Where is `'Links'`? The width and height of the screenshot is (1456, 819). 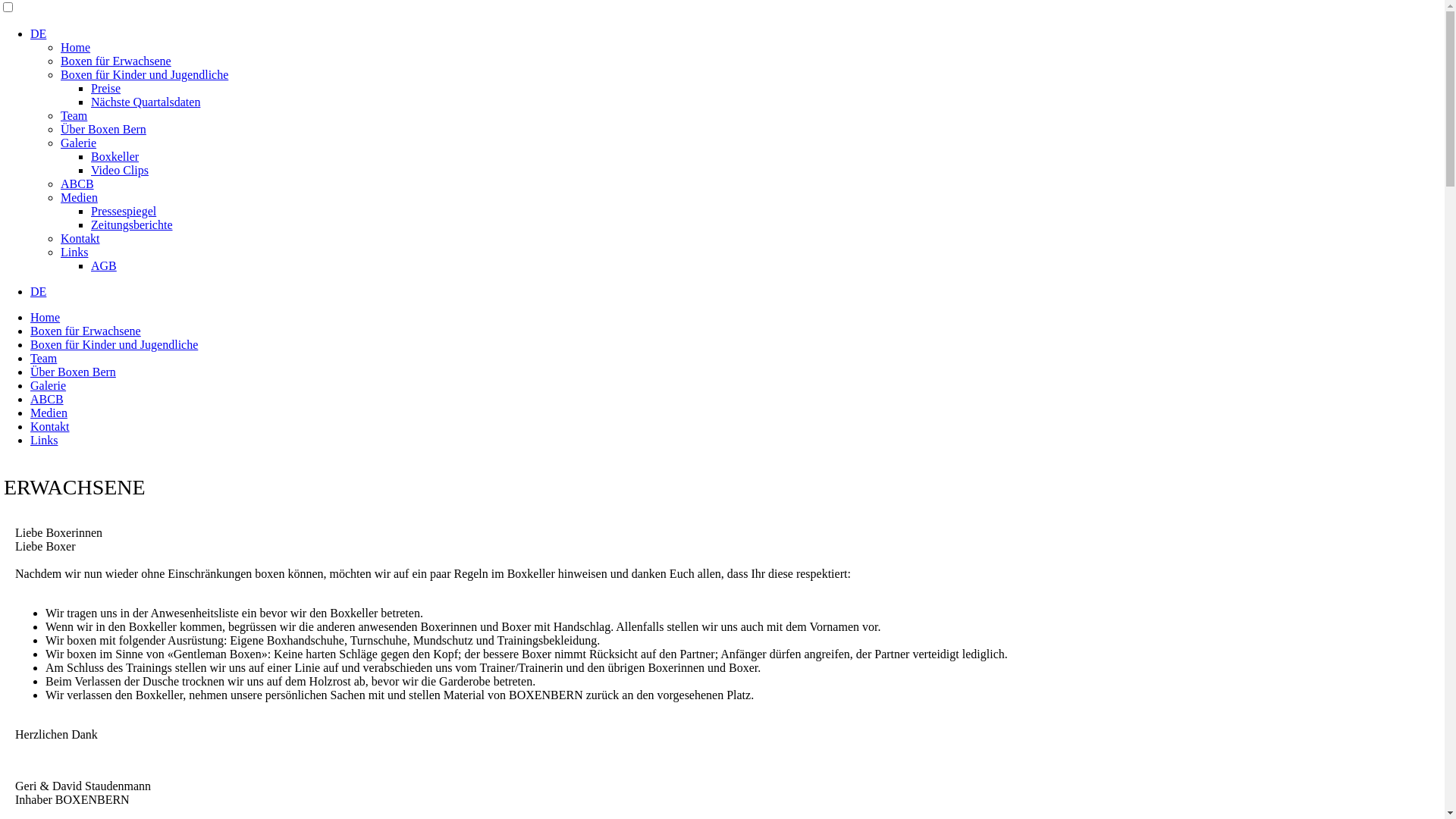
'Links' is located at coordinates (43, 440).